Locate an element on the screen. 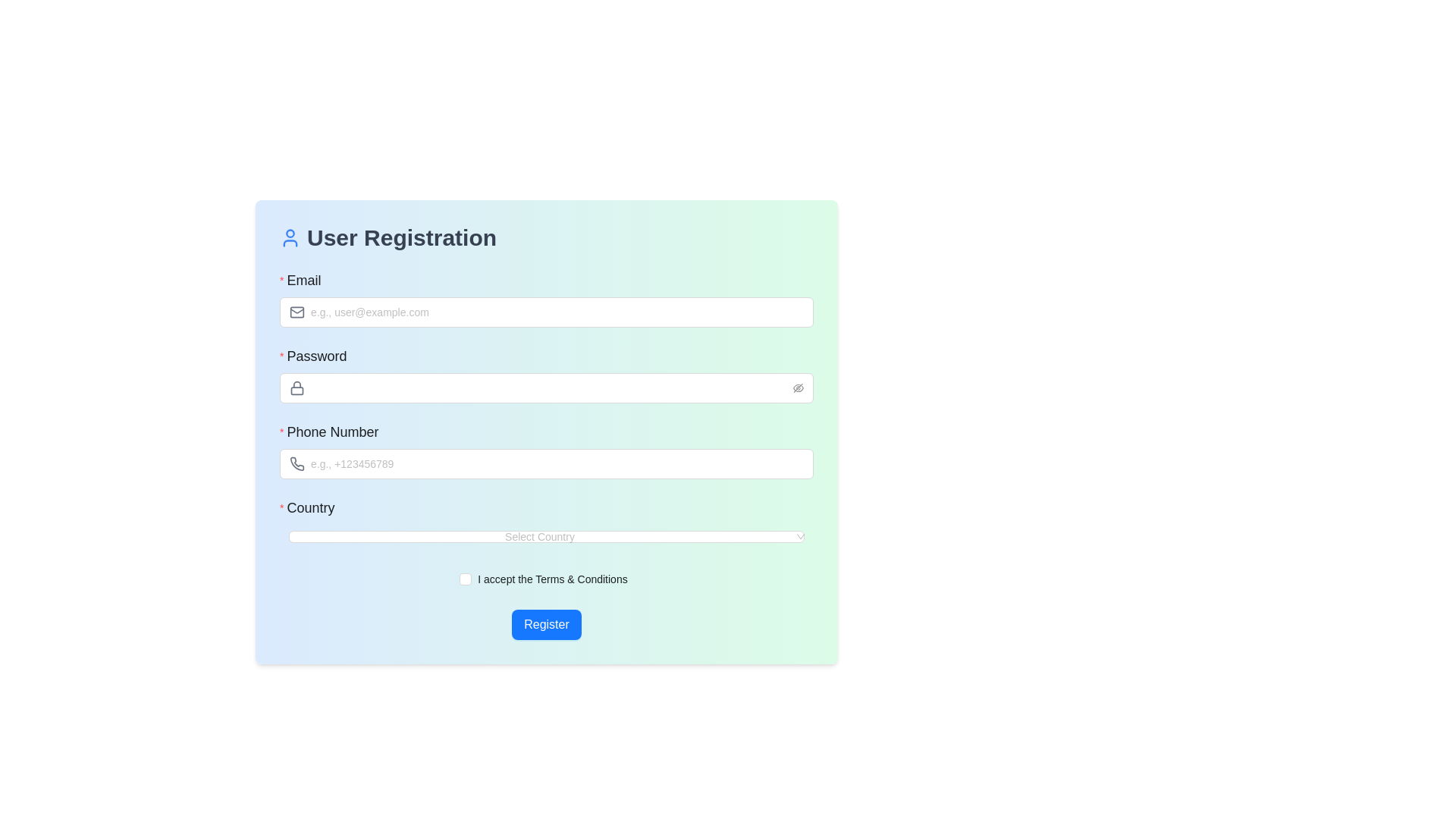  the Dropdown menu for country selection in the User Registration form to prepare for keyboard navigation is located at coordinates (546, 536).